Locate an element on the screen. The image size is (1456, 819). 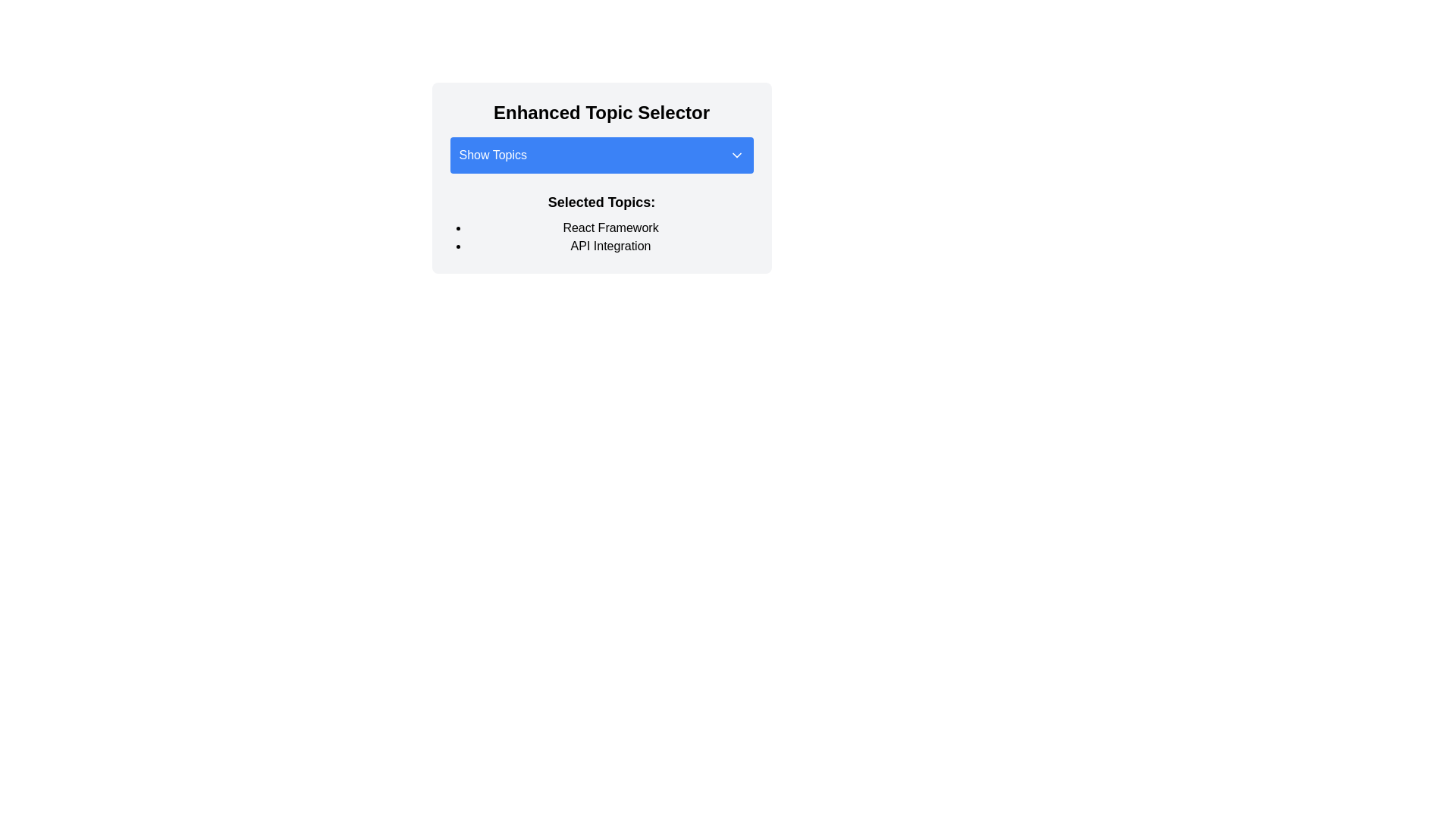
the second item in the bulleted list under the 'Selected Topics' section, which is directly below the 'React Framework' list item is located at coordinates (610, 245).